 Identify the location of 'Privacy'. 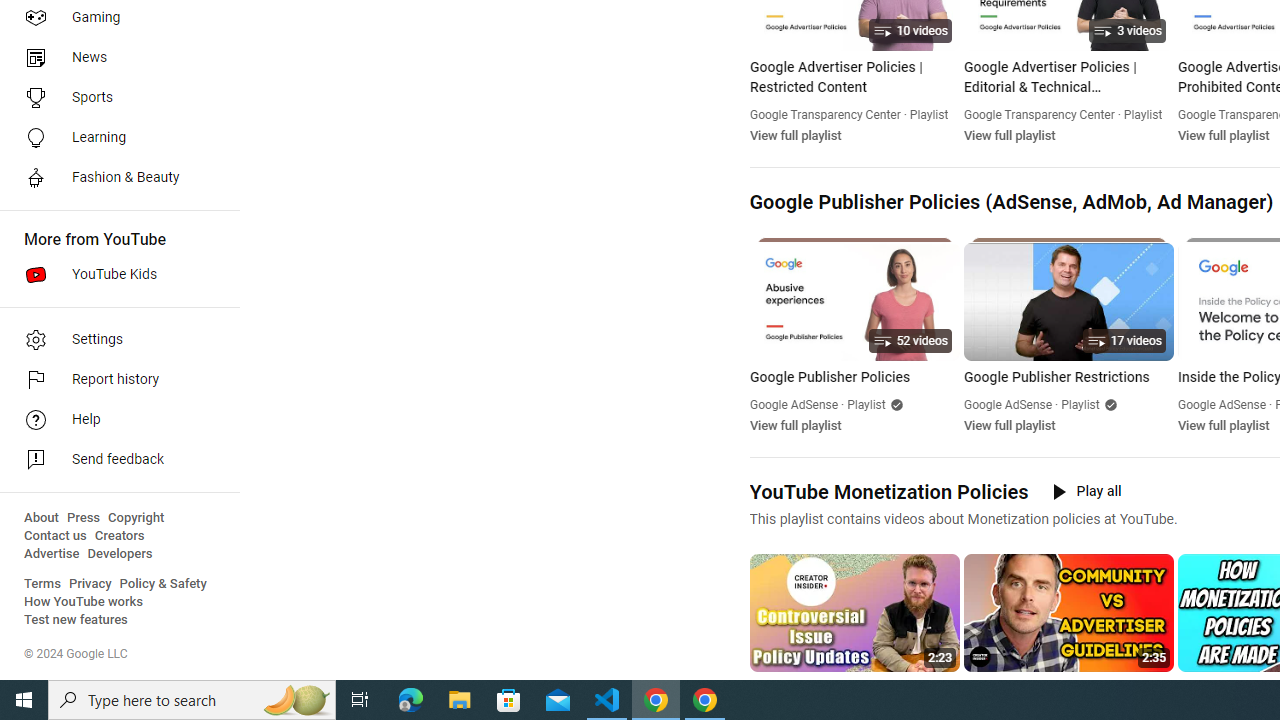
(89, 584).